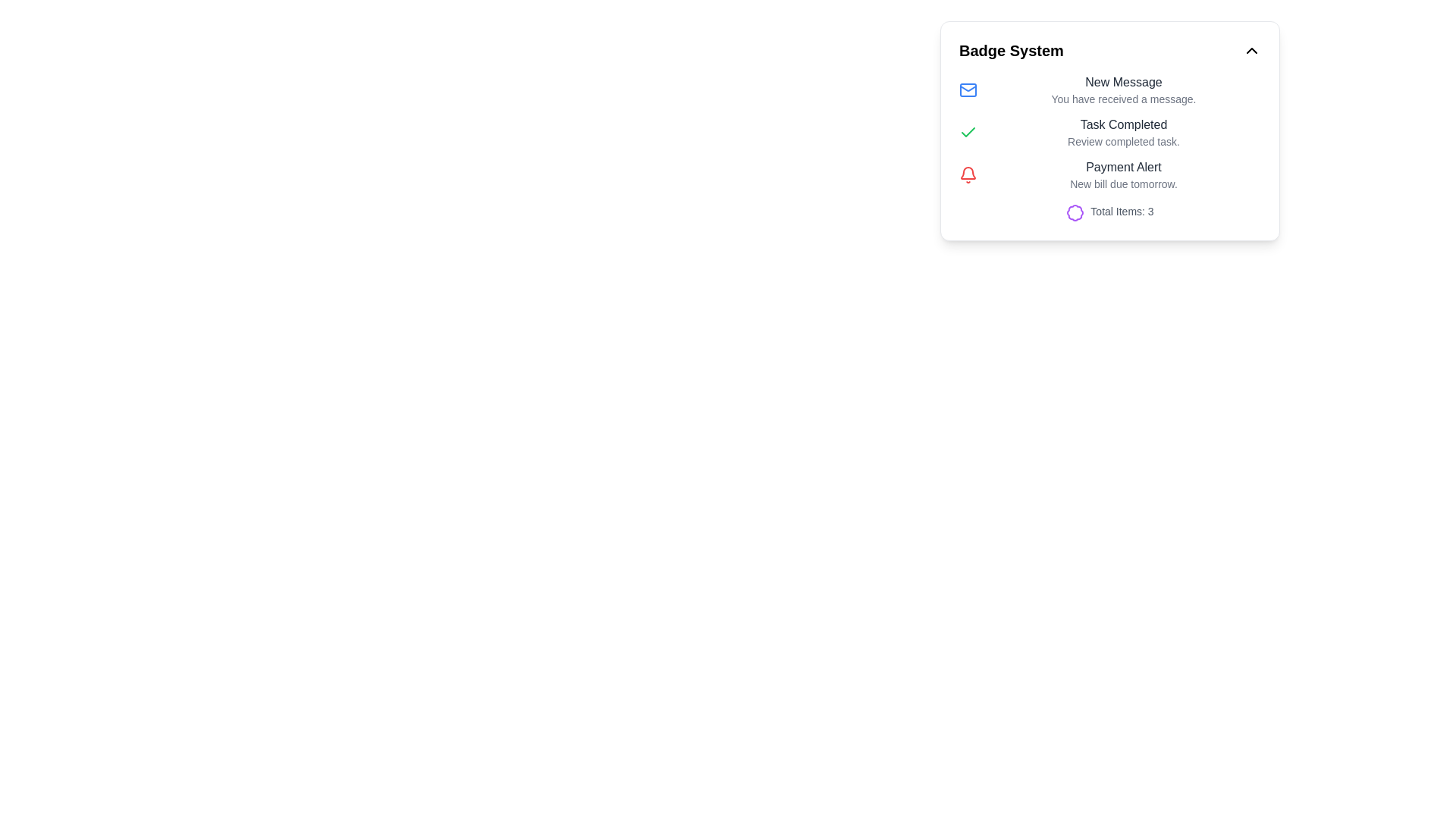 The image size is (1456, 819). Describe the element at coordinates (1124, 99) in the screenshot. I see `the text label that provides additional details about the 'New Message' heading, located below it within the 'Badge System' module` at that location.